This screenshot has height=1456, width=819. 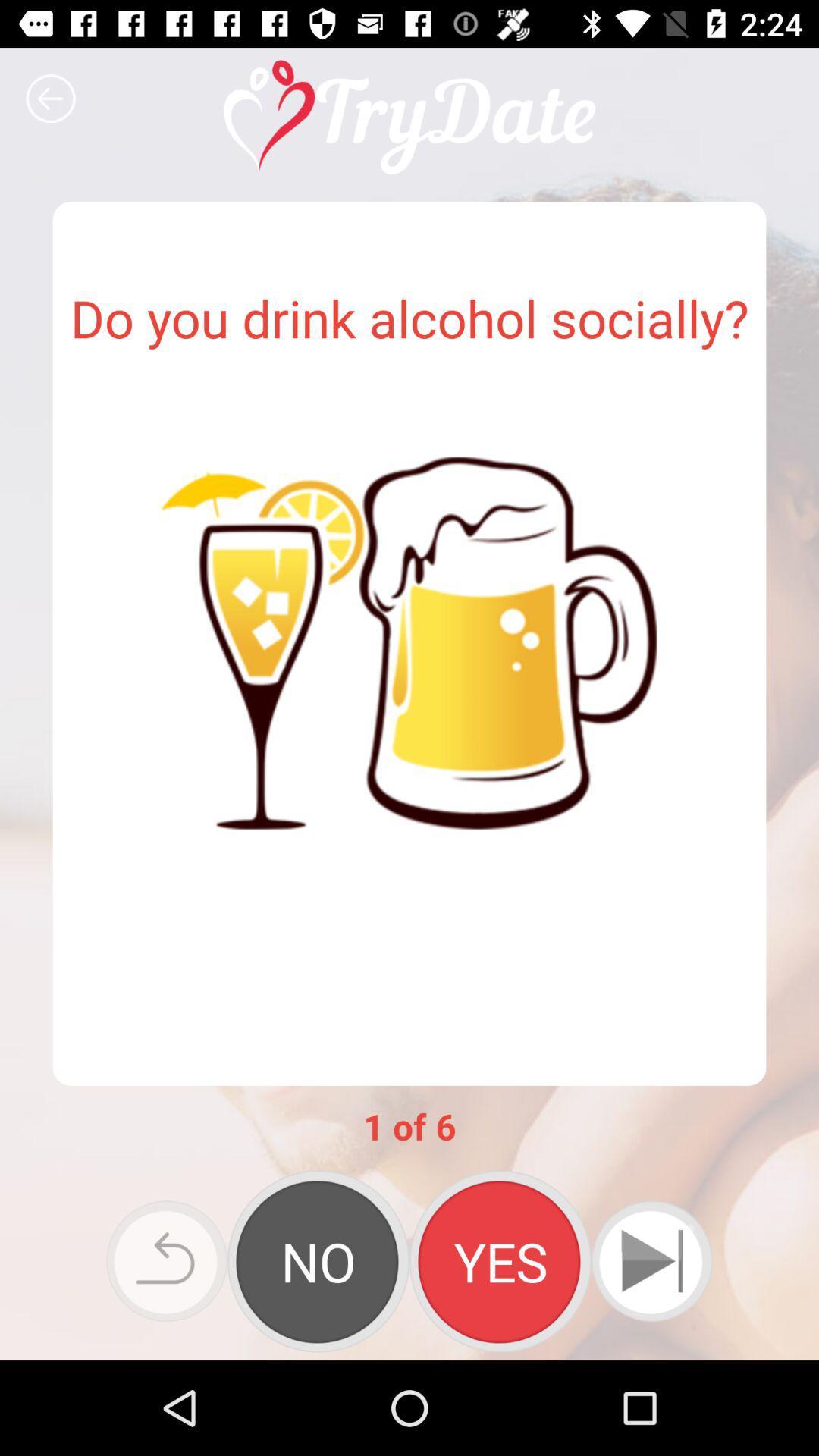 What do you see at coordinates (50, 98) in the screenshot?
I see `icon at the top left corner` at bounding box center [50, 98].